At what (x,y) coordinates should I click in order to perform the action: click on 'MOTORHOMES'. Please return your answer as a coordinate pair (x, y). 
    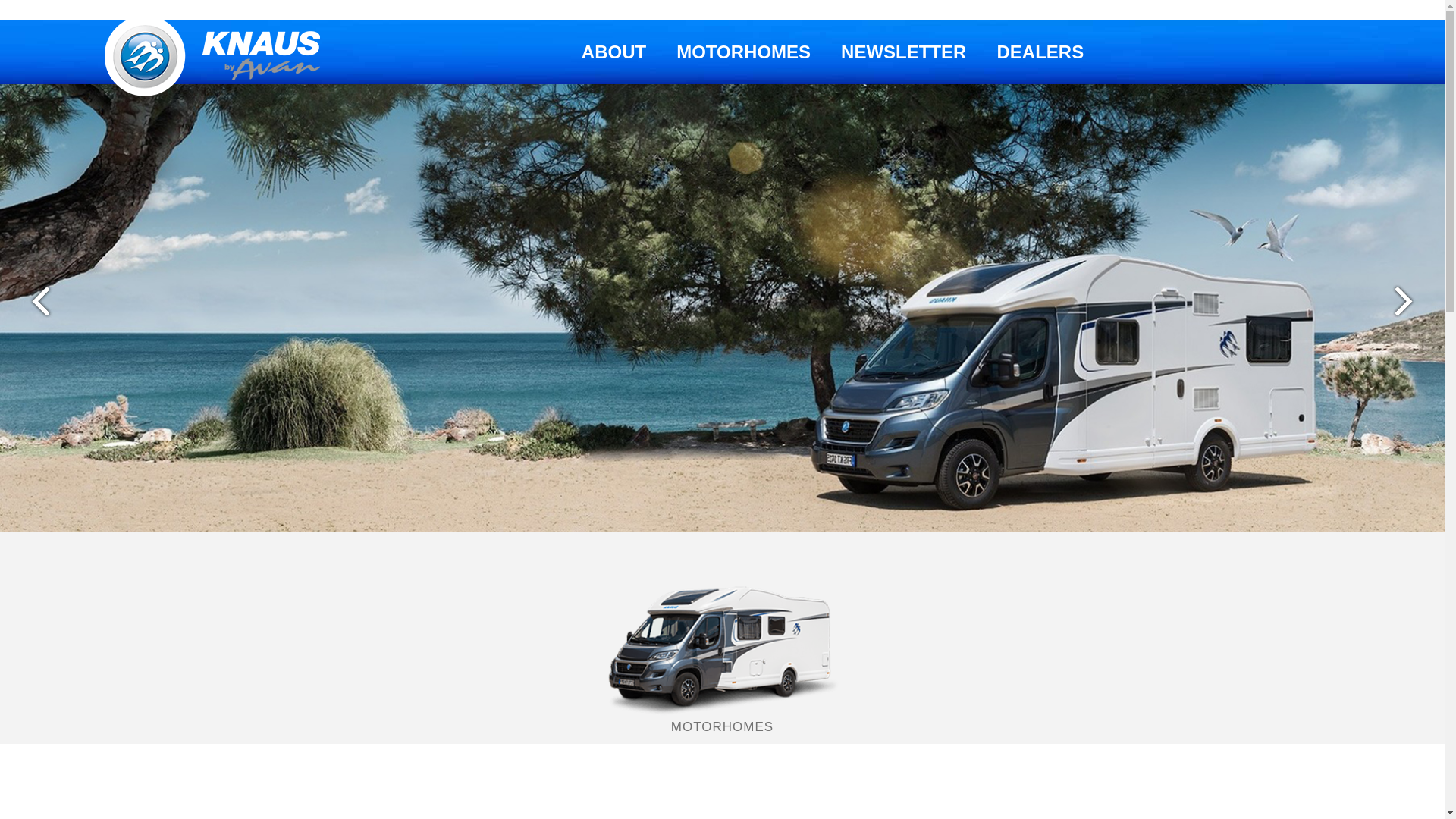
    Looking at the image, I should click on (721, 635).